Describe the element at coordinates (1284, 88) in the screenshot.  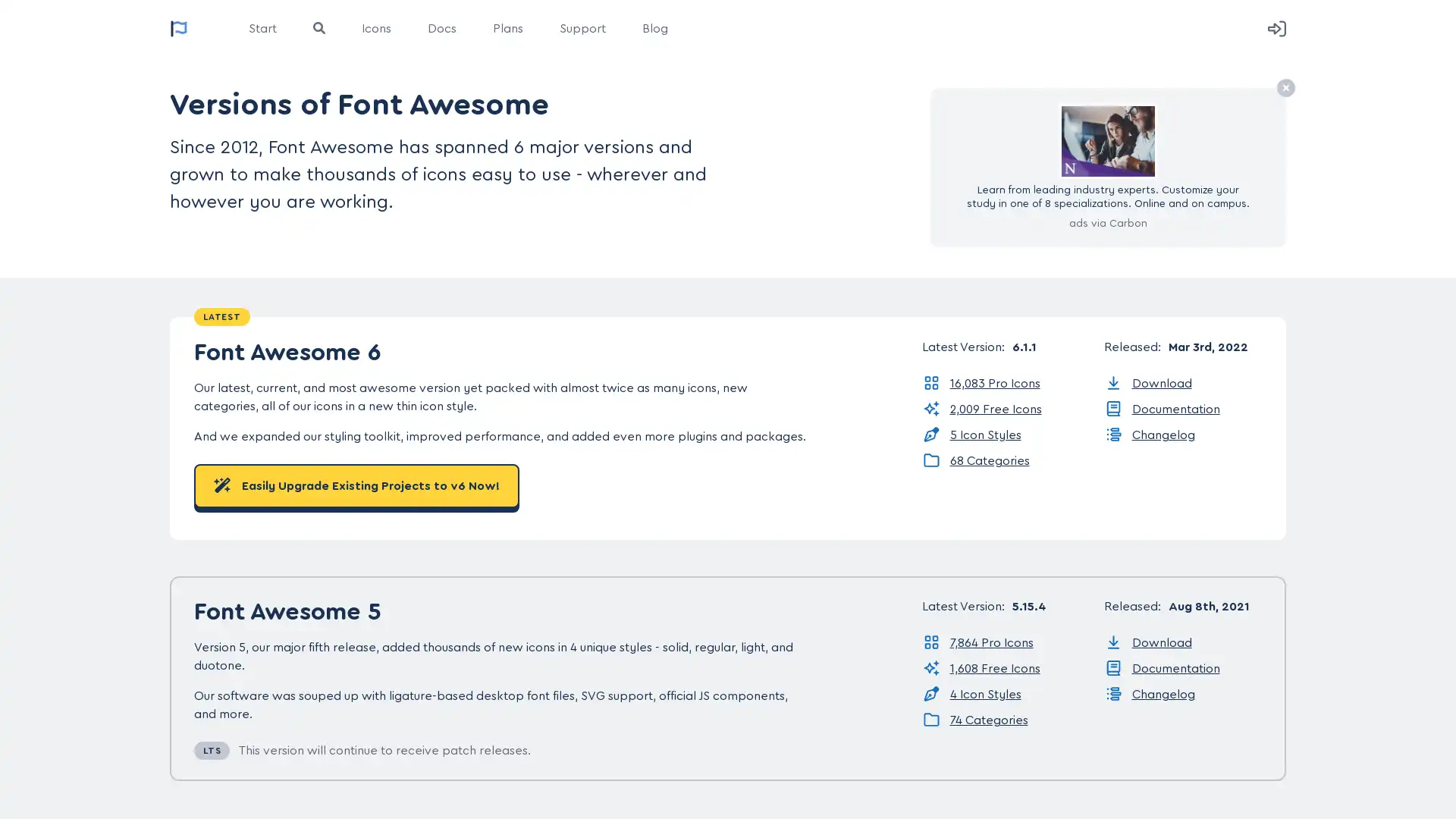
I see `Remove Ad` at that location.